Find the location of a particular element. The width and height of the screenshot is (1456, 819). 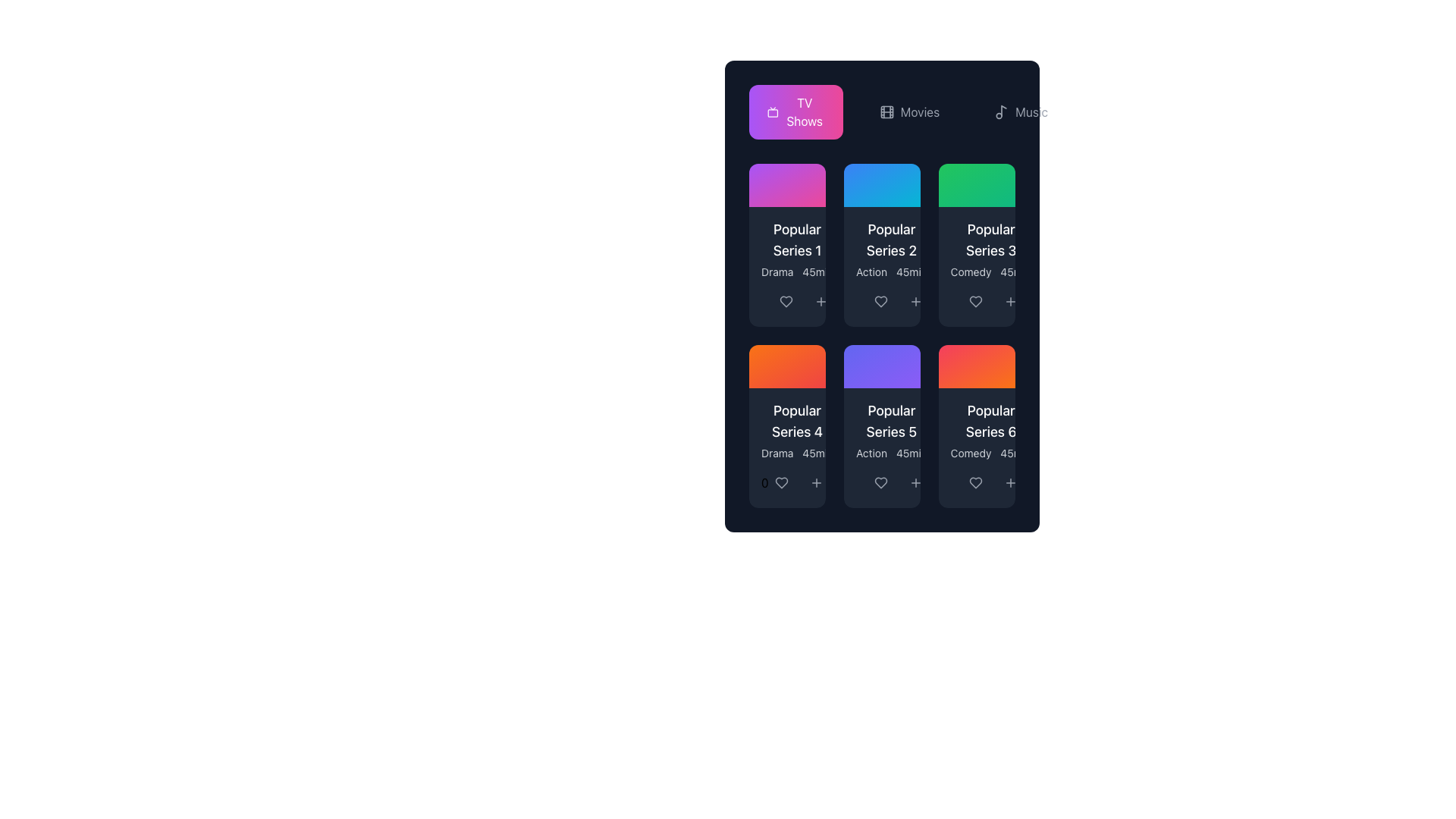

the text display showing 'Action 45min' styled in light gray font, located below the title 'Popular Series 5' in the card layout is located at coordinates (892, 452).